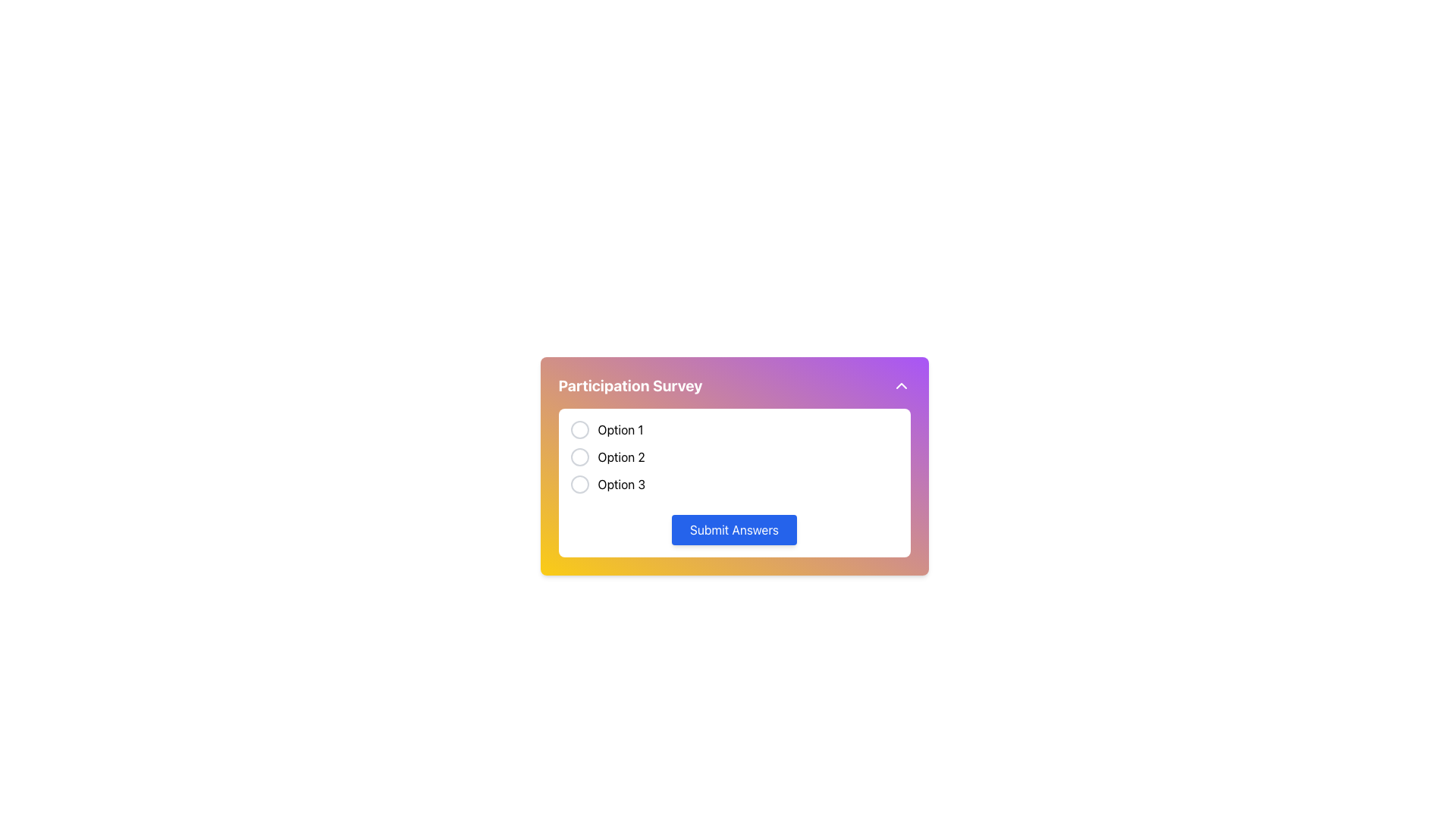  Describe the element at coordinates (579, 430) in the screenshot. I see `the radio button associated with 'Option 1' in the Participation Survey` at that location.